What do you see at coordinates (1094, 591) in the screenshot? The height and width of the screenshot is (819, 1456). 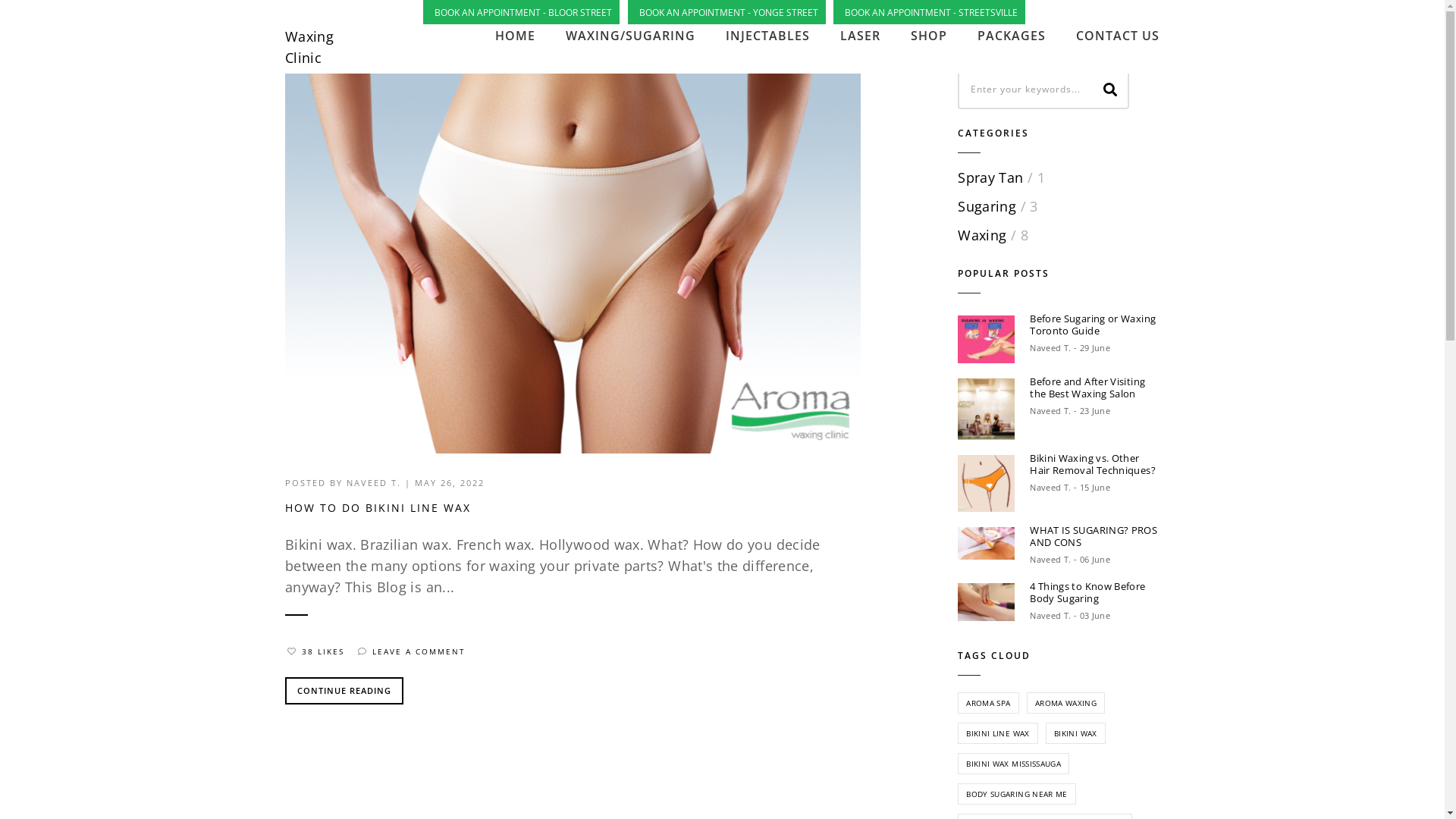 I see `'4 Things to Know Before Body Sugaring'` at bounding box center [1094, 591].